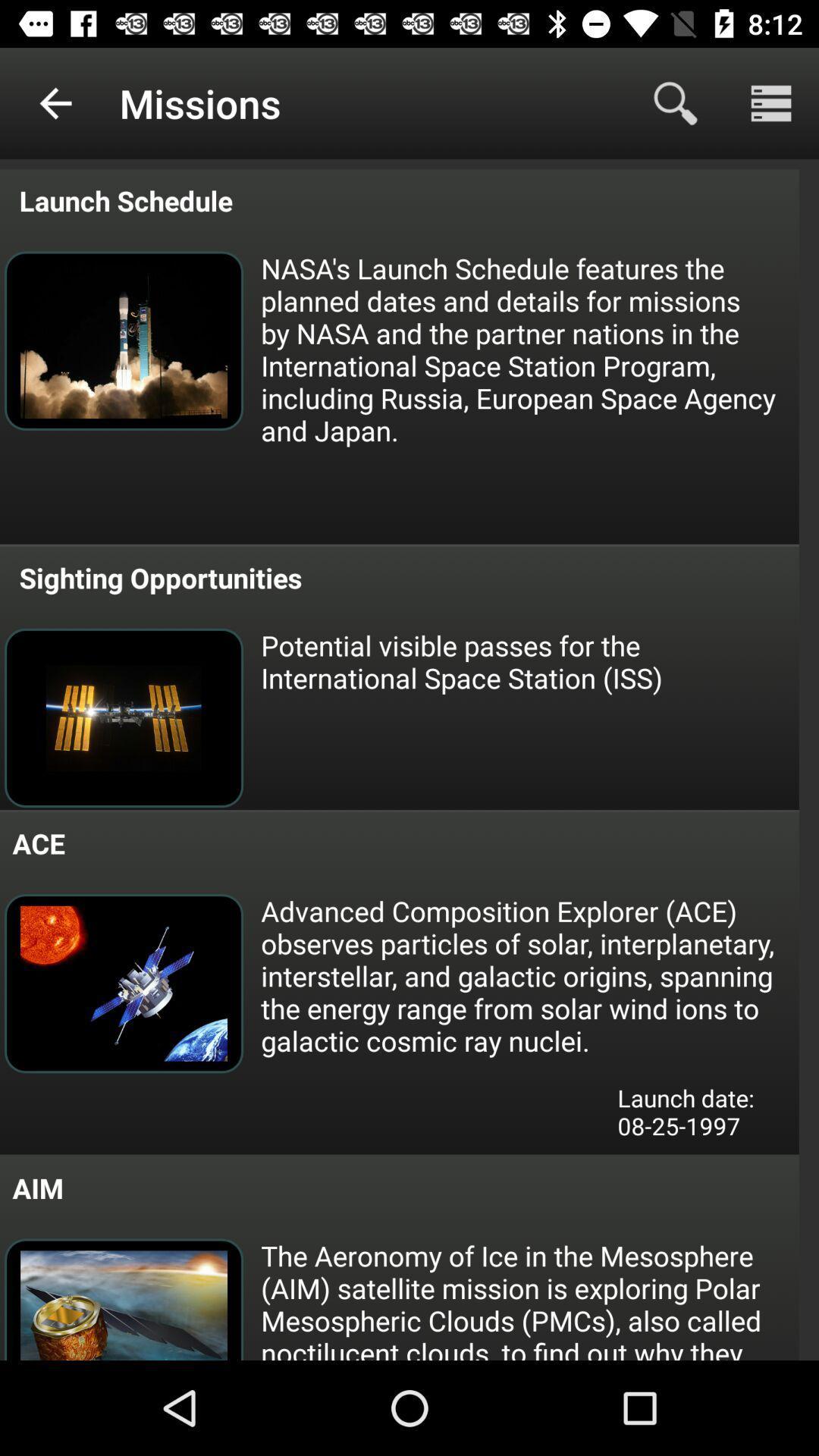  I want to click on icon above launch date 08 icon, so click(528, 975).